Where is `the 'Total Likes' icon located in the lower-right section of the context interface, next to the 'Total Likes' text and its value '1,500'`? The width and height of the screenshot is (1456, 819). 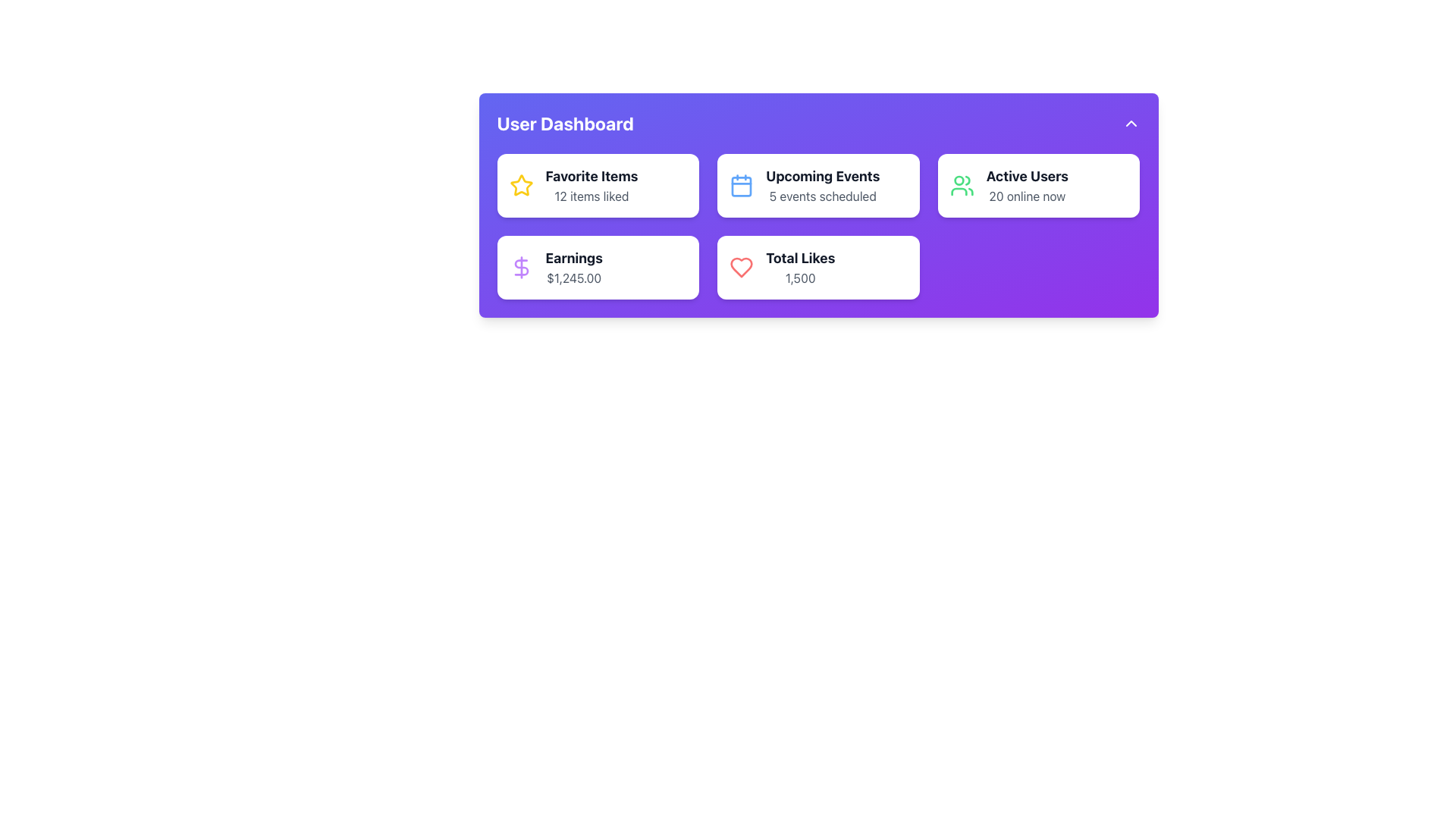
the 'Total Likes' icon located in the lower-right section of the context interface, next to the 'Total Likes' text and its value '1,500' is located at coordinates (742, 267).